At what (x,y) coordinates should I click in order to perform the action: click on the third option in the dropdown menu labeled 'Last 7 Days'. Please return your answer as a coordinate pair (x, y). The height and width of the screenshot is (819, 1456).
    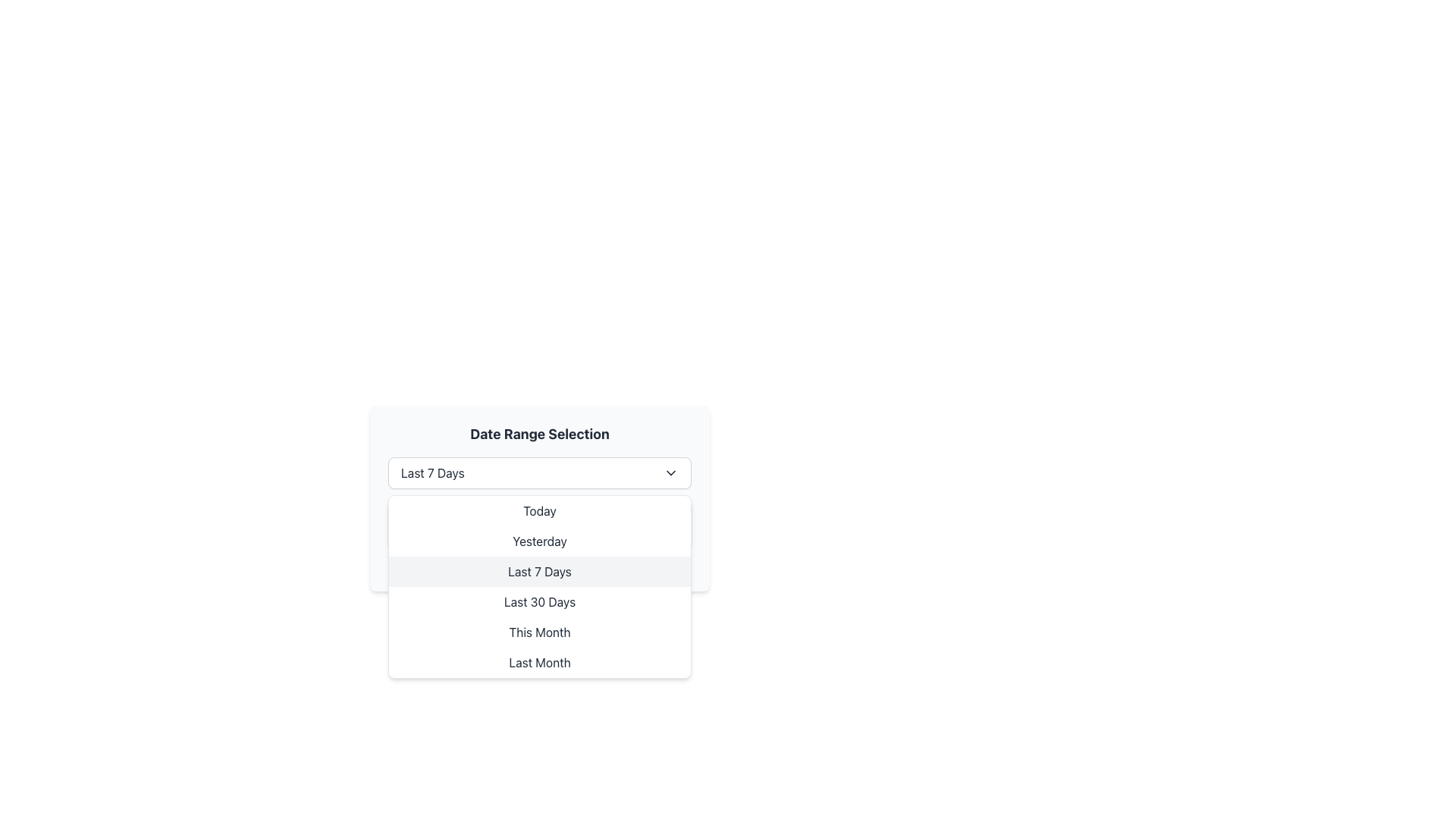
    Looking at the image, I should click on (539, 586).